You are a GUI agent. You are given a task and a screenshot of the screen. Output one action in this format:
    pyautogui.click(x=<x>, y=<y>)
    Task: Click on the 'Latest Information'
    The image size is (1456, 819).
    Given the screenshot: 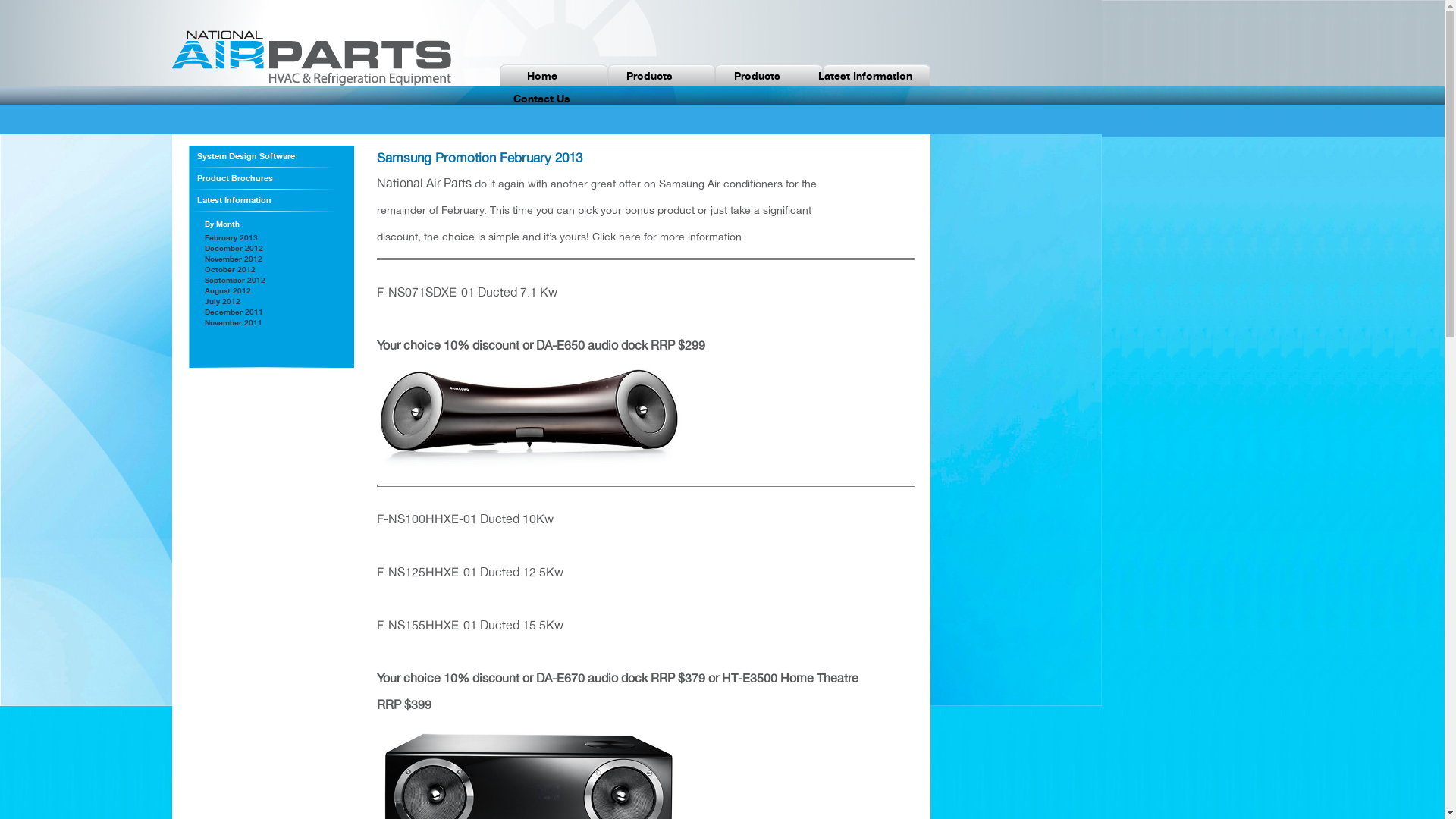 What is the action you would take?
    pyautogui.click(x=811, y=76)
    